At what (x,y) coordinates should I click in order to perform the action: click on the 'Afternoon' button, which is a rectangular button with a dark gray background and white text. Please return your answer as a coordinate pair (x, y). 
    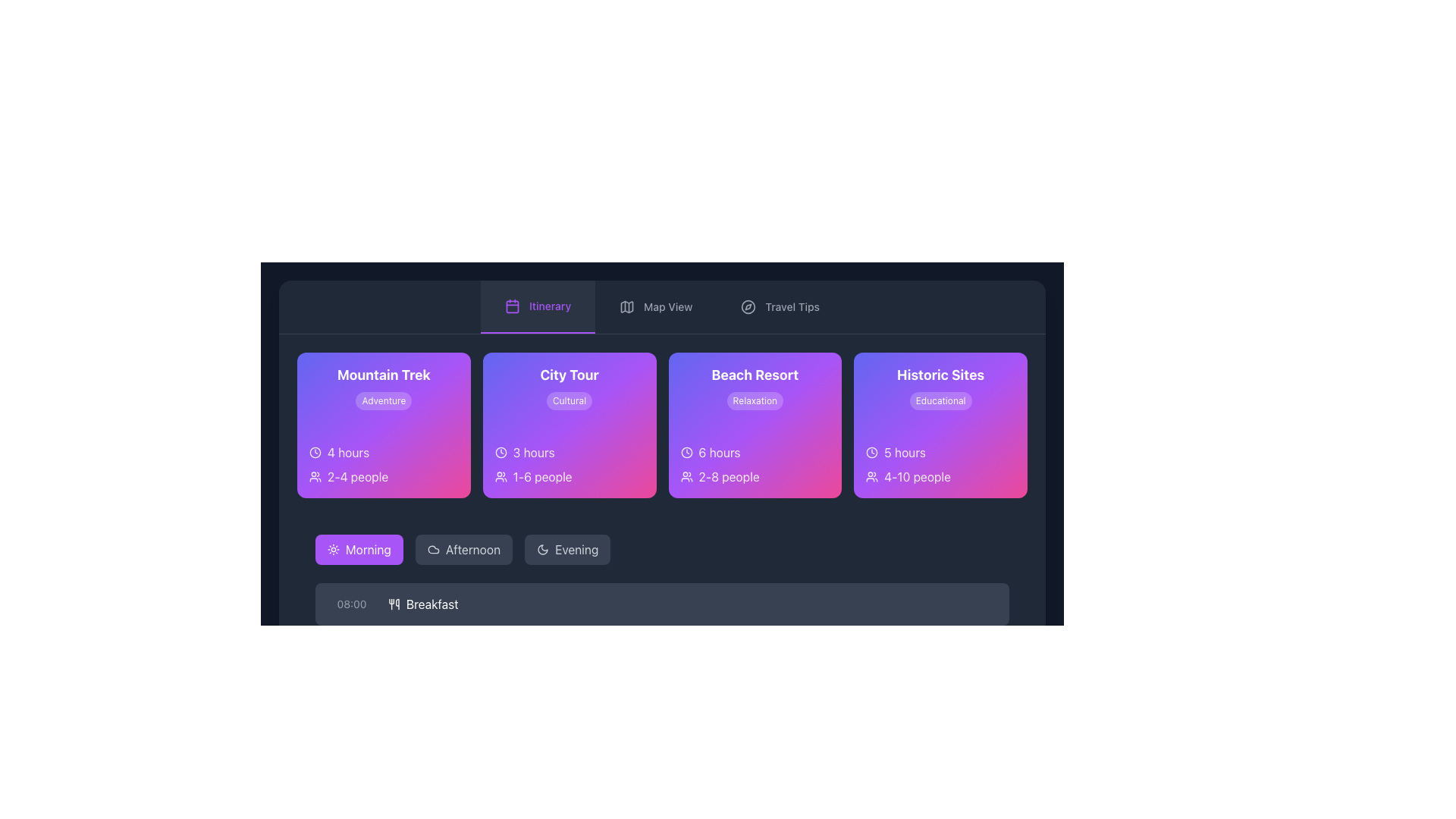
    Looking at the image, I should click on (463, 550).